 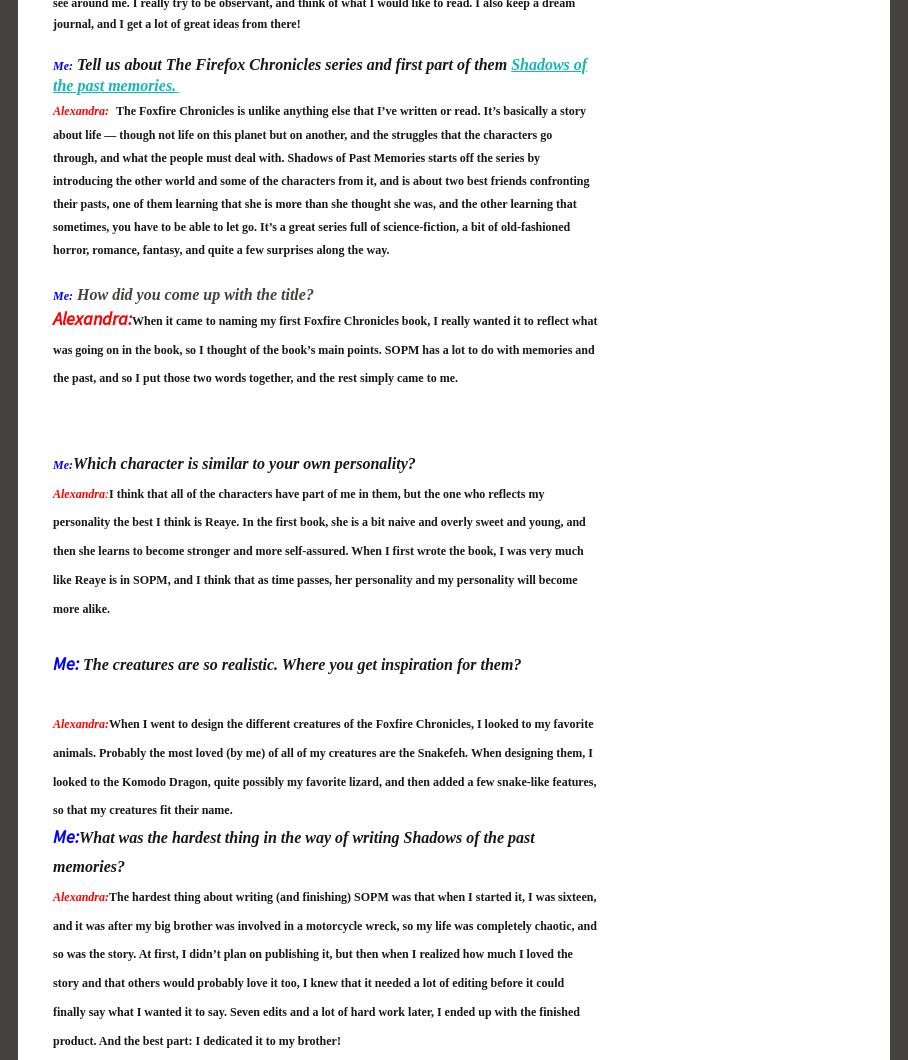 What do you see at coordinates (293, 851) in the screenshot?
I see `'What was the hardest thing in the way of writing Shadows of the past memories?'` at bounding box center [293, 851].